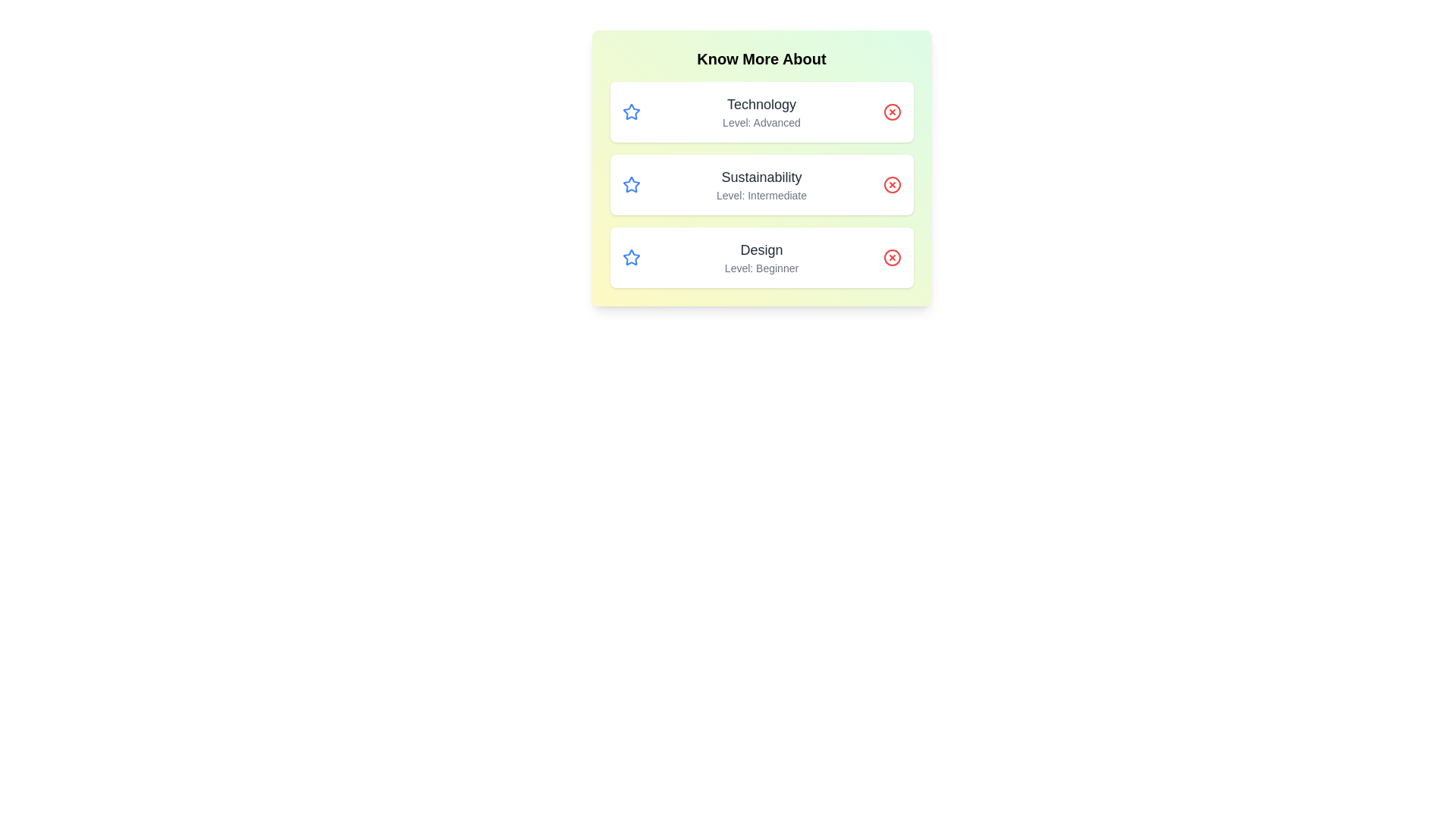  Describe the element at coordinates (631, 256) in the screenshot. I see `the star icon for the topic Design to mark it as favorite` at that location.